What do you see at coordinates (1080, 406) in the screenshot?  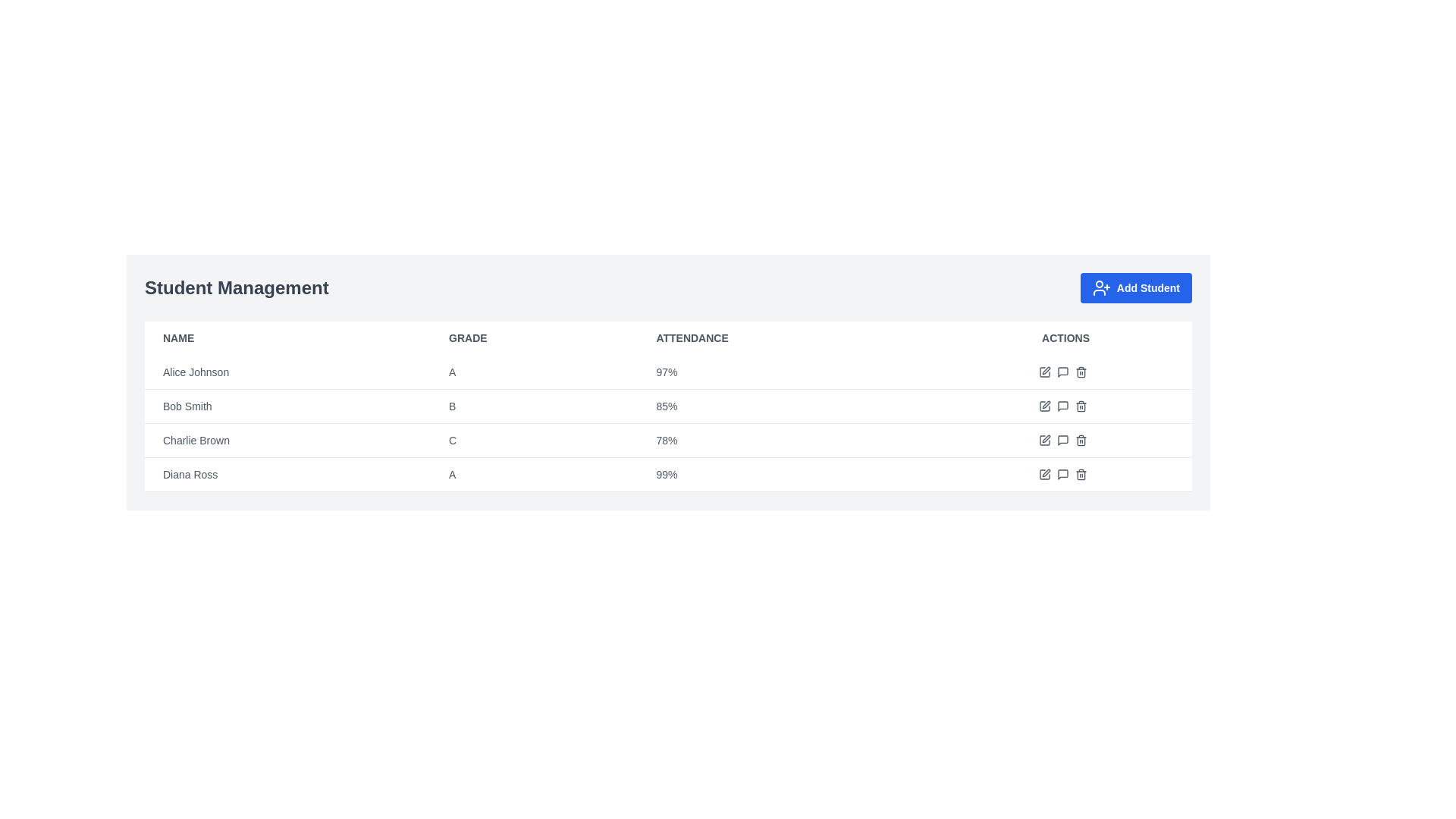 I see `the cylindrical body of the trash can icon, which is part of the 'Actions' column for 'Bob Smith'` at bounding box center [1080, 406].